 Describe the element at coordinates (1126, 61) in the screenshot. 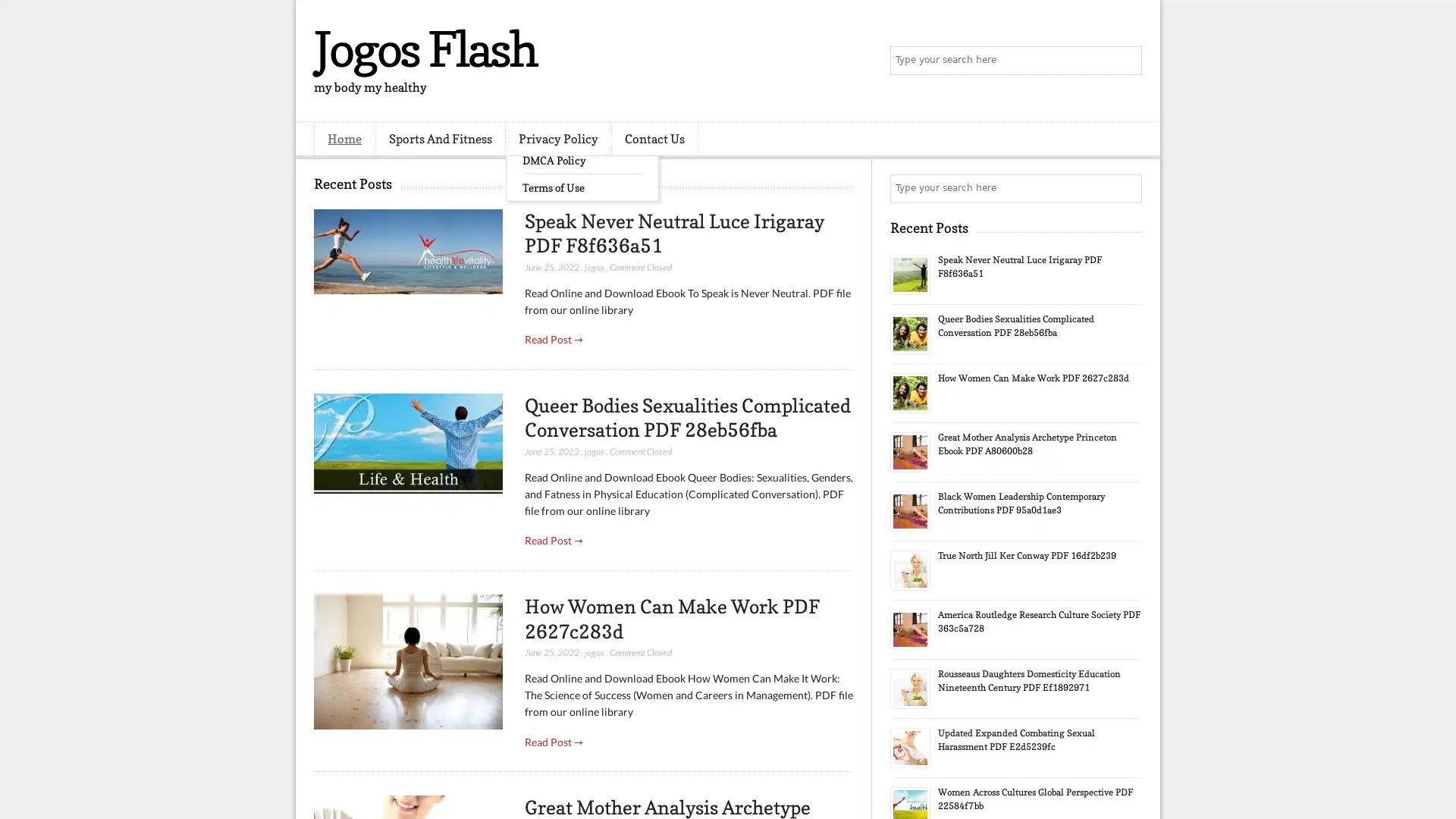

I see `Search` at that location.